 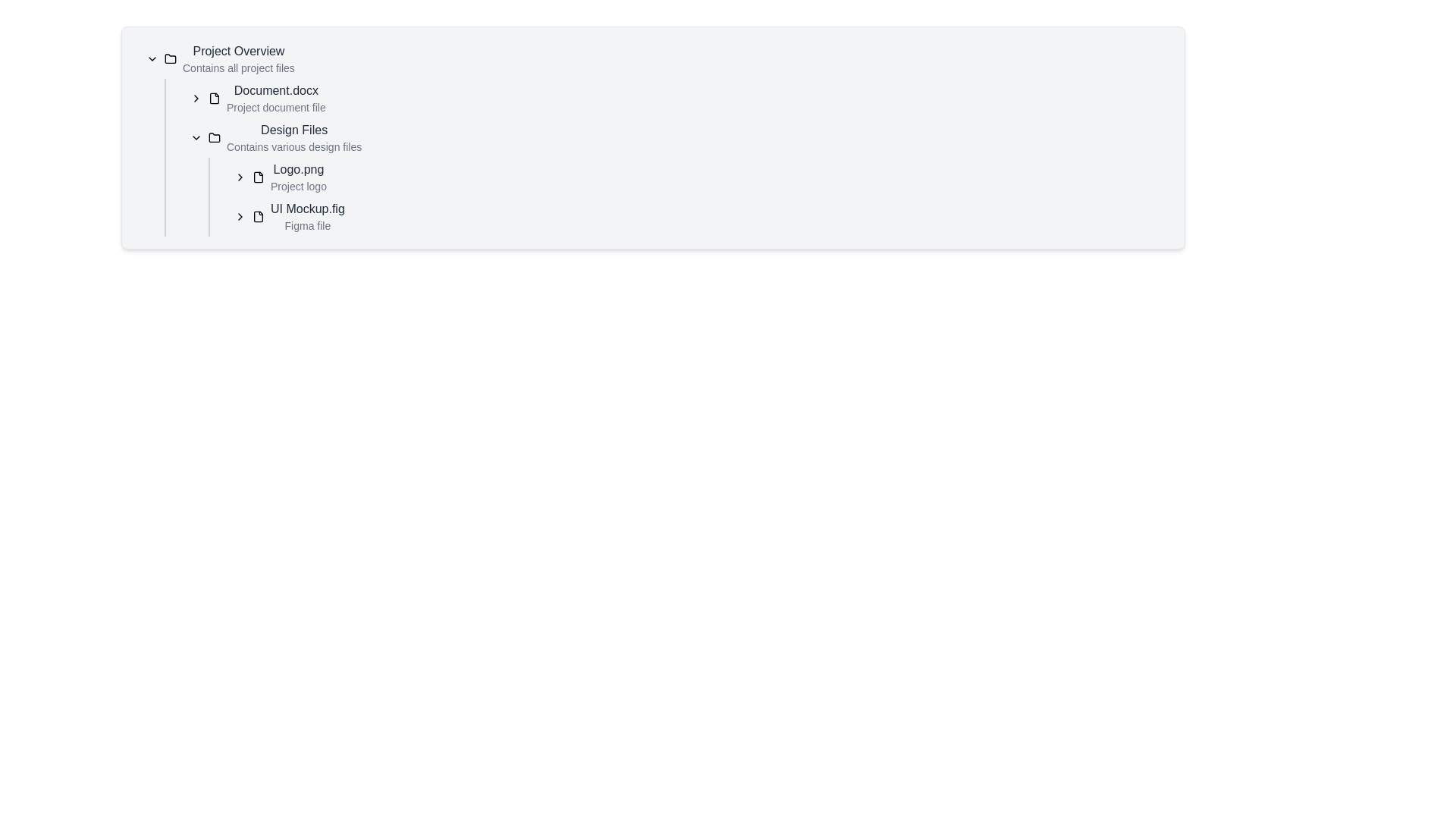 I want to click on the Chevron toggle icon located to the left of the 'Design Files' folder, which serves as a toggle for expanding or collapsing the folder, to potentially display a tooltip, so click(x=196, y=137).